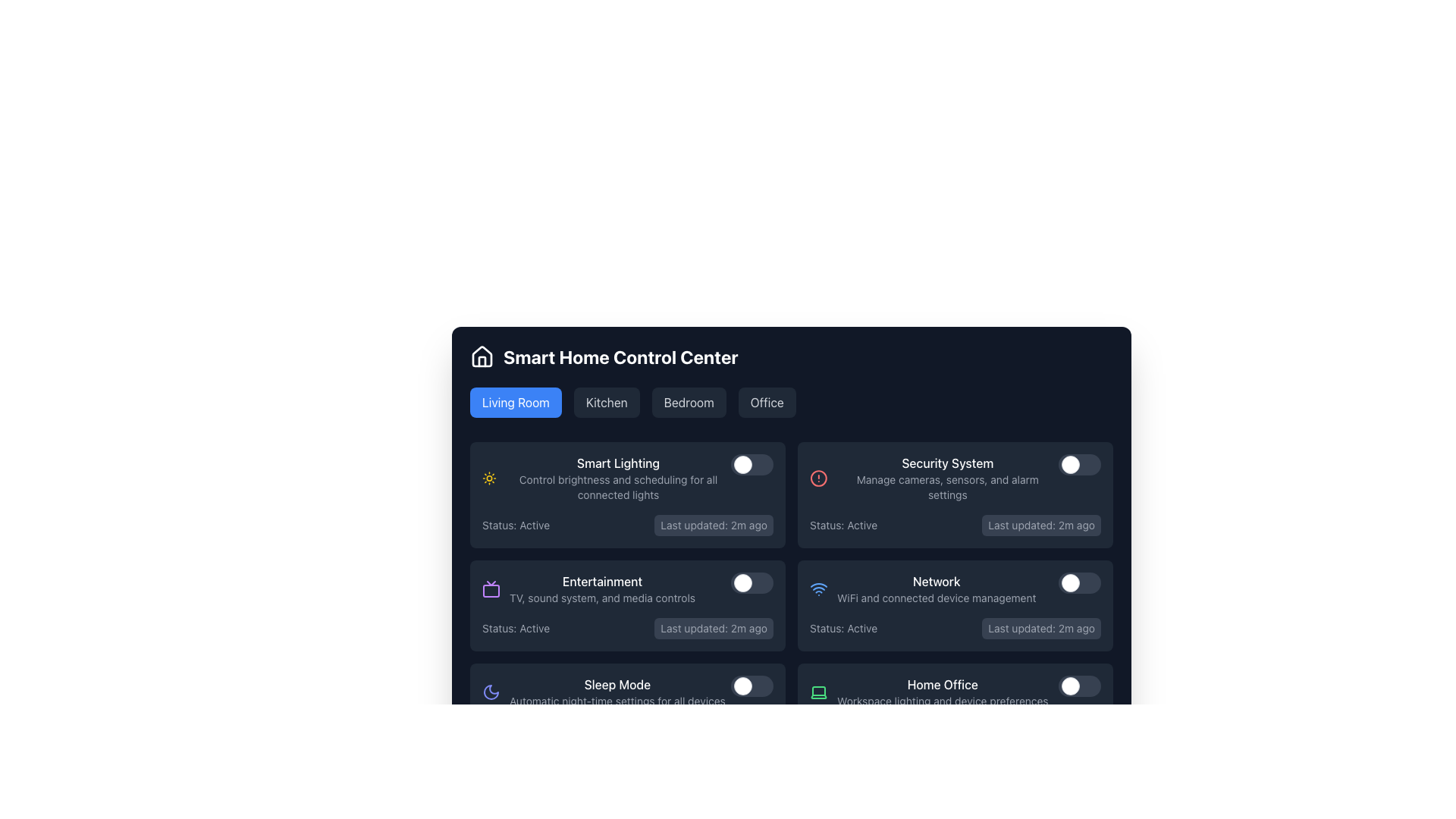 The image size is (1456, 819). What do you see at coordinates (752, 686) in the screenshot?
I see `the toggle switch with a dark gray background and a white circular handle located on the right side of the 'Sleep Mode' panel in the 'Smart Home Control Center' interface to switch it on or off` at bounding box center [752, 686].